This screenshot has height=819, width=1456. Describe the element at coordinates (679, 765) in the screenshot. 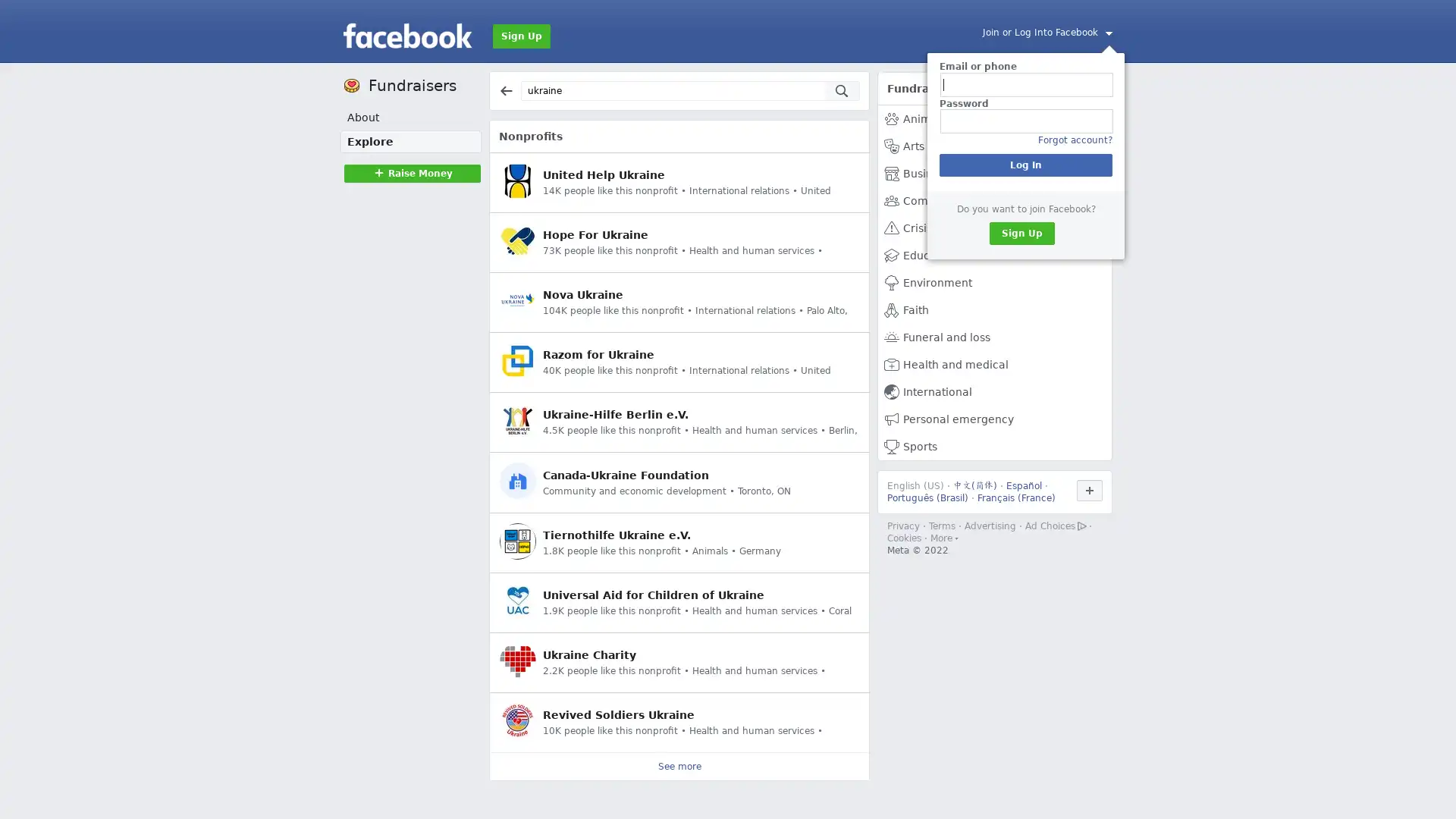

I see `See more` at that location.